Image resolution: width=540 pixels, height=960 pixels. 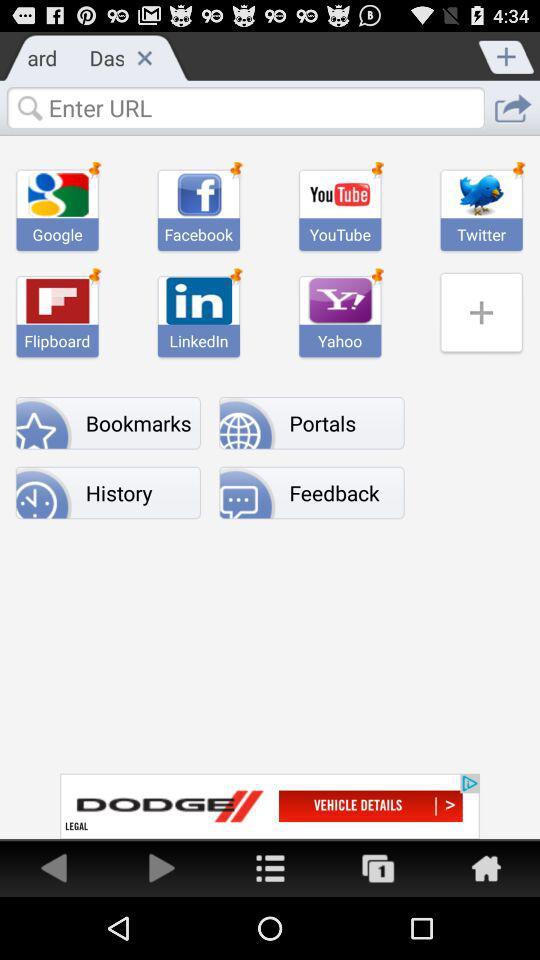 I want to click on the close icon, so click(x=143, y=61).